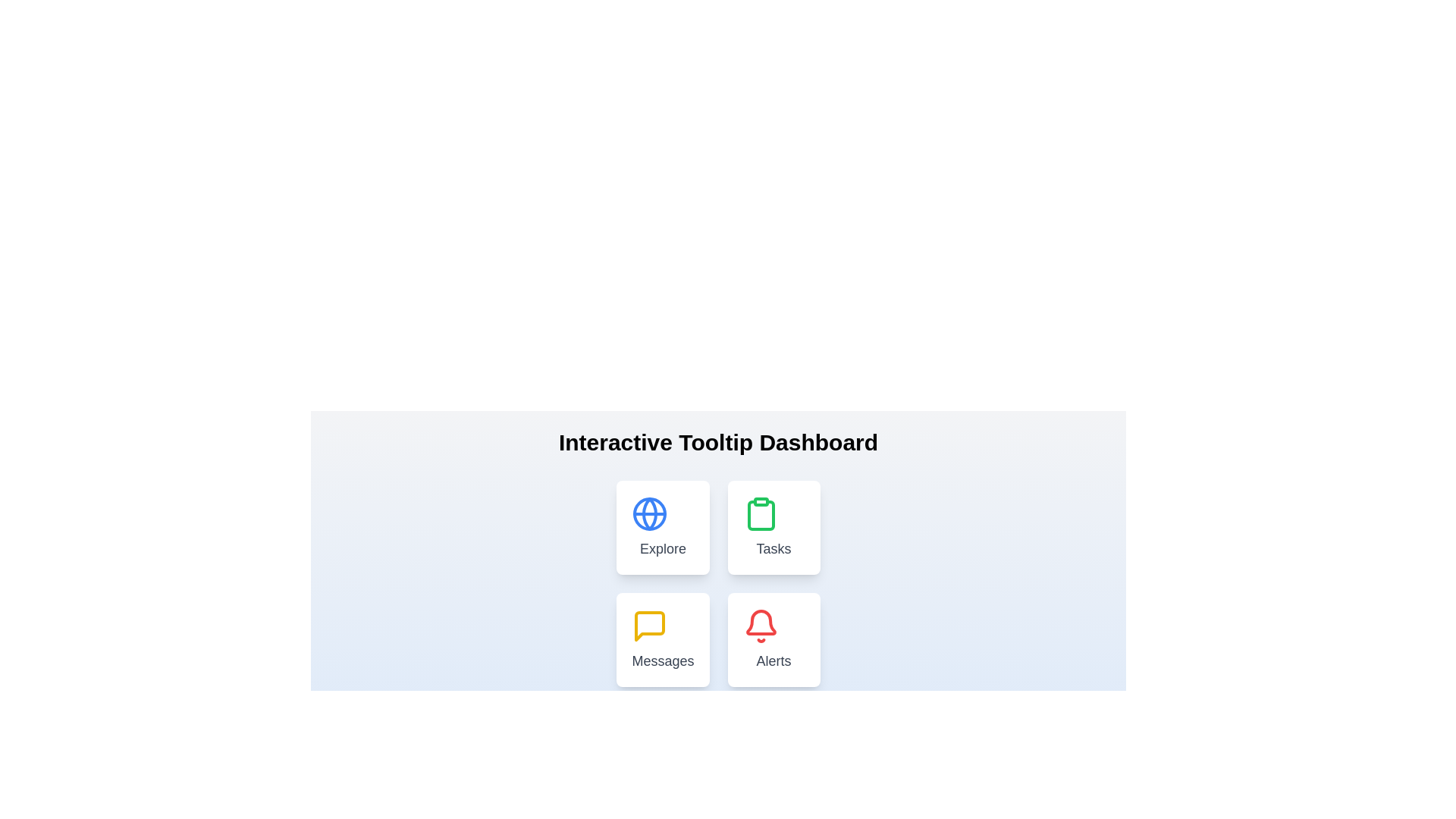 The width and height of the screenshot is (1456, 819). I want to click on the yellow speech bubble icon that resembles a message symbol, located in the lower-left square of the dashboard grid labeled 'Messages.', so click(650, 626).